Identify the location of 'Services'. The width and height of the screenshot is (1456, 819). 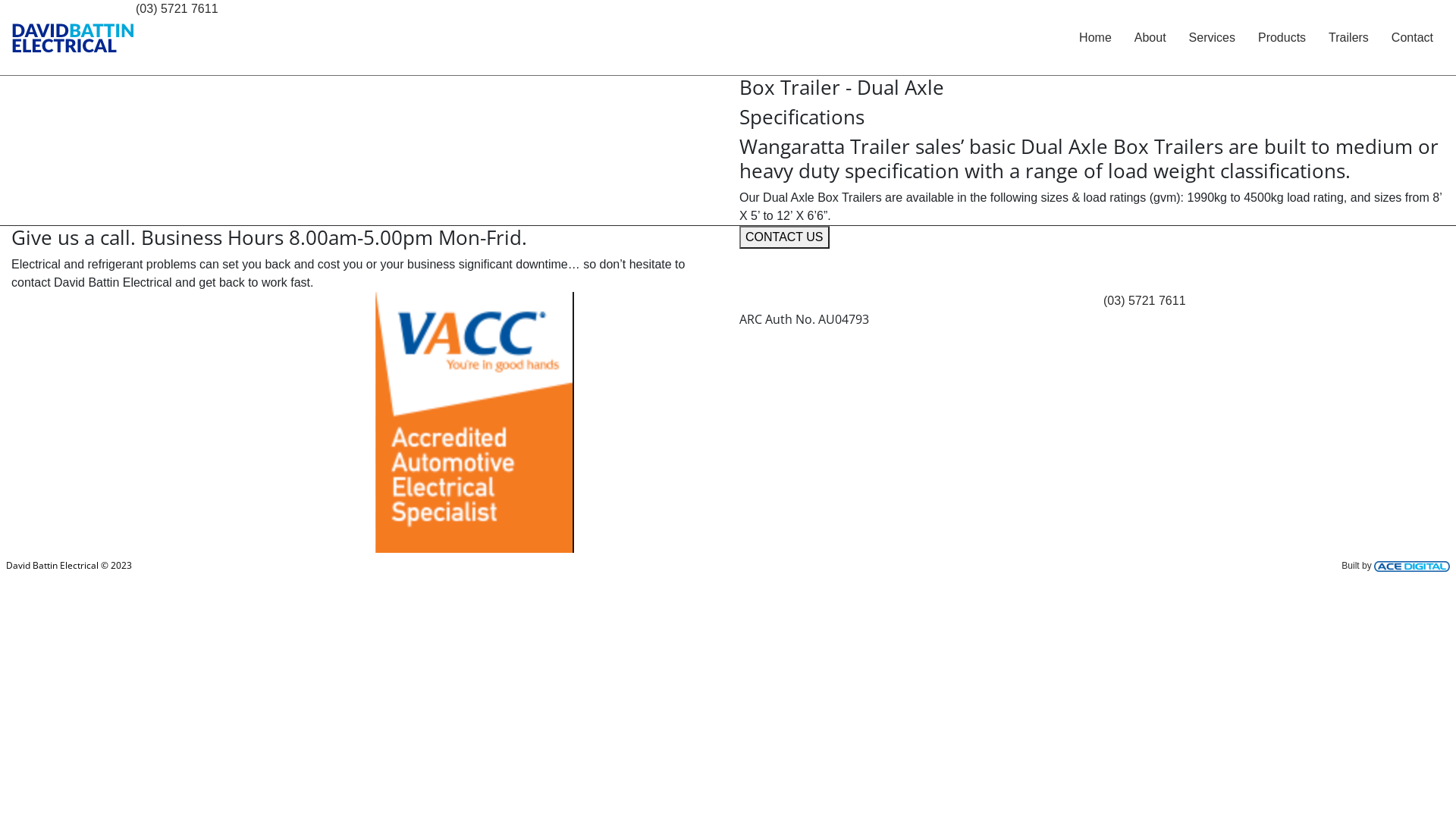
(1211, 37).